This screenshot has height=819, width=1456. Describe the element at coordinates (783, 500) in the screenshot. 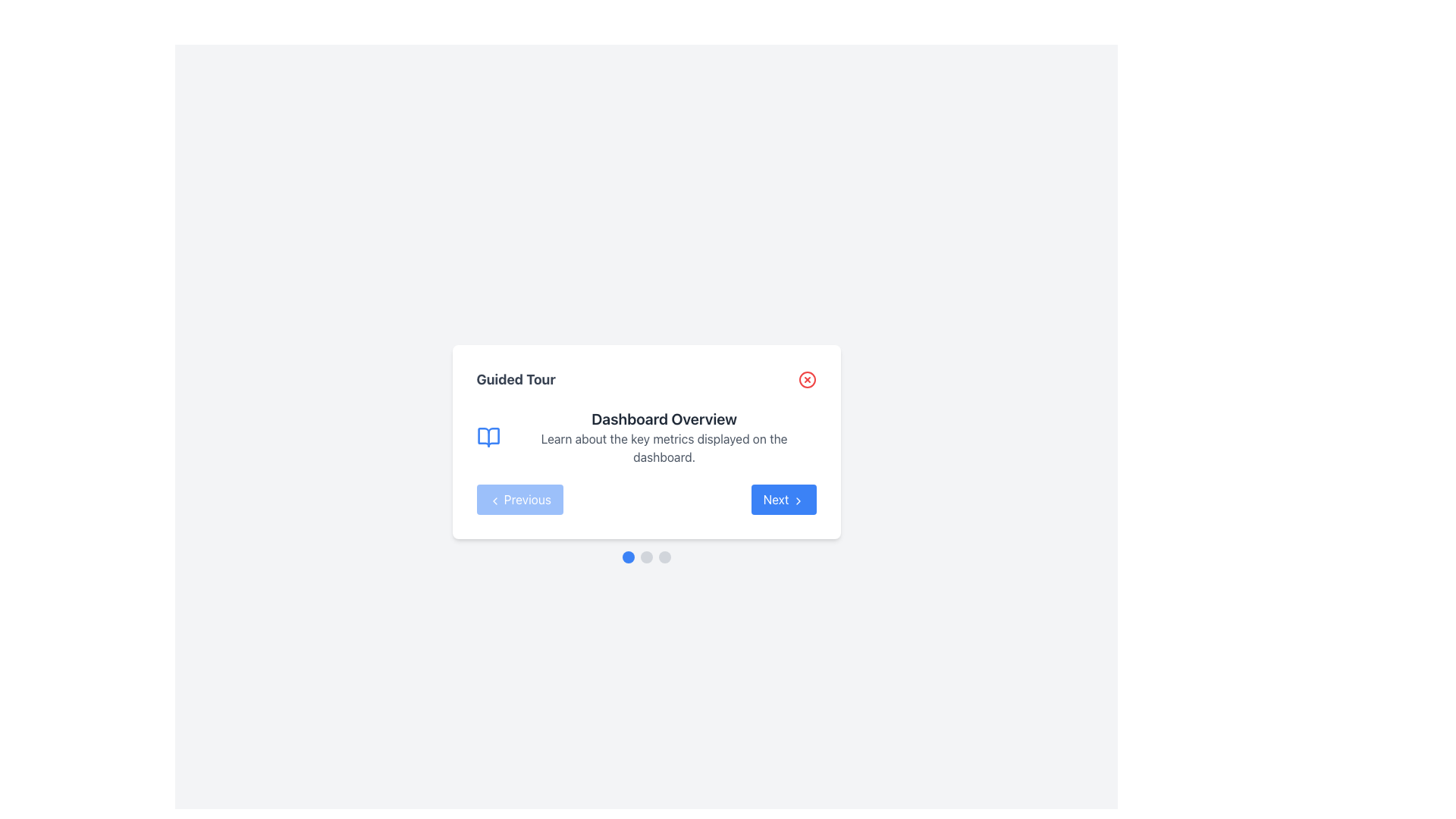

I see `the 'Next' button located in the bottom-right corner of the navigation buttons within the guided tour panel` at that location.